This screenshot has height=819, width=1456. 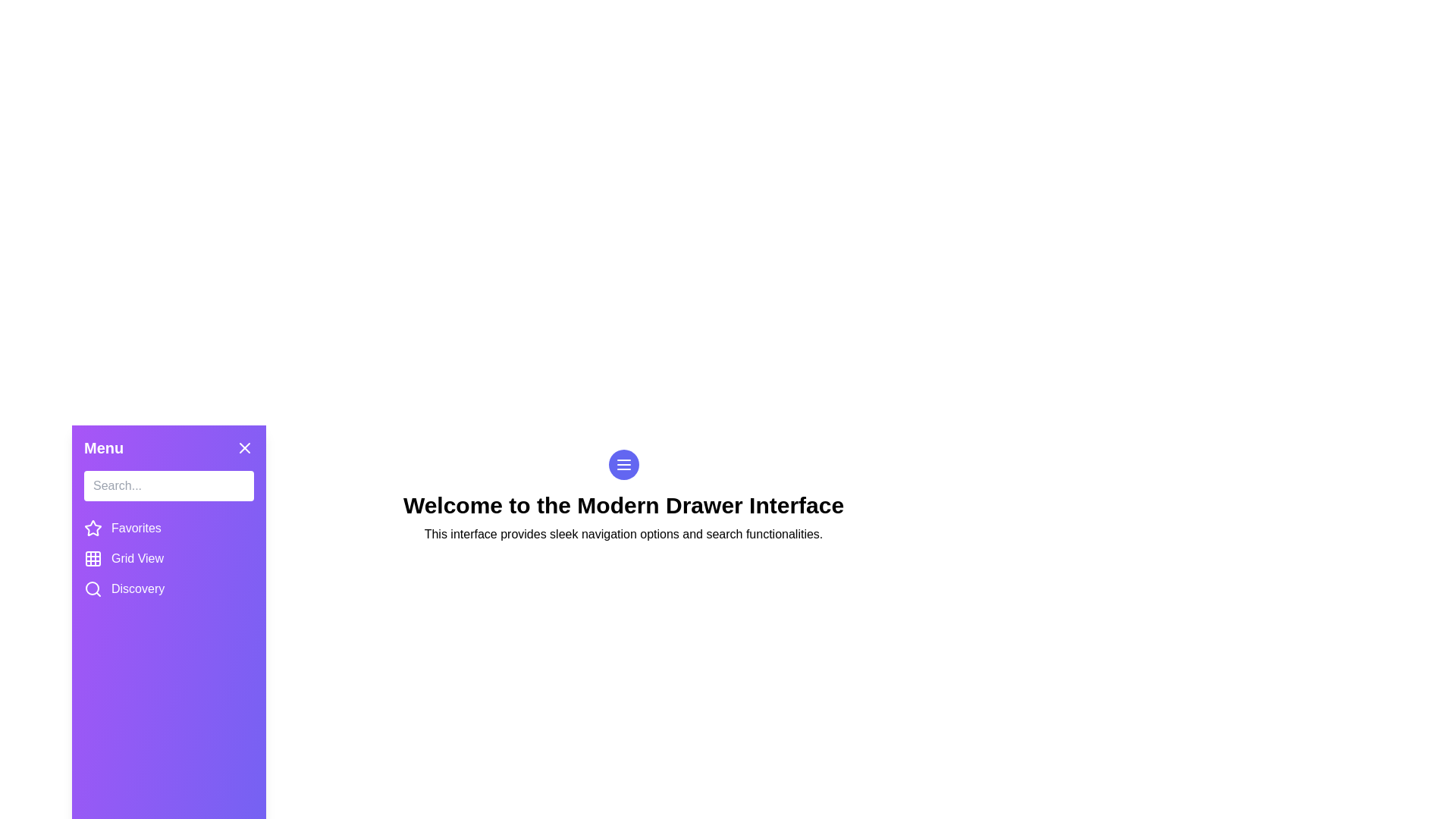 I want to click on the welcome message to interact with it, so click(x=623, y=506).